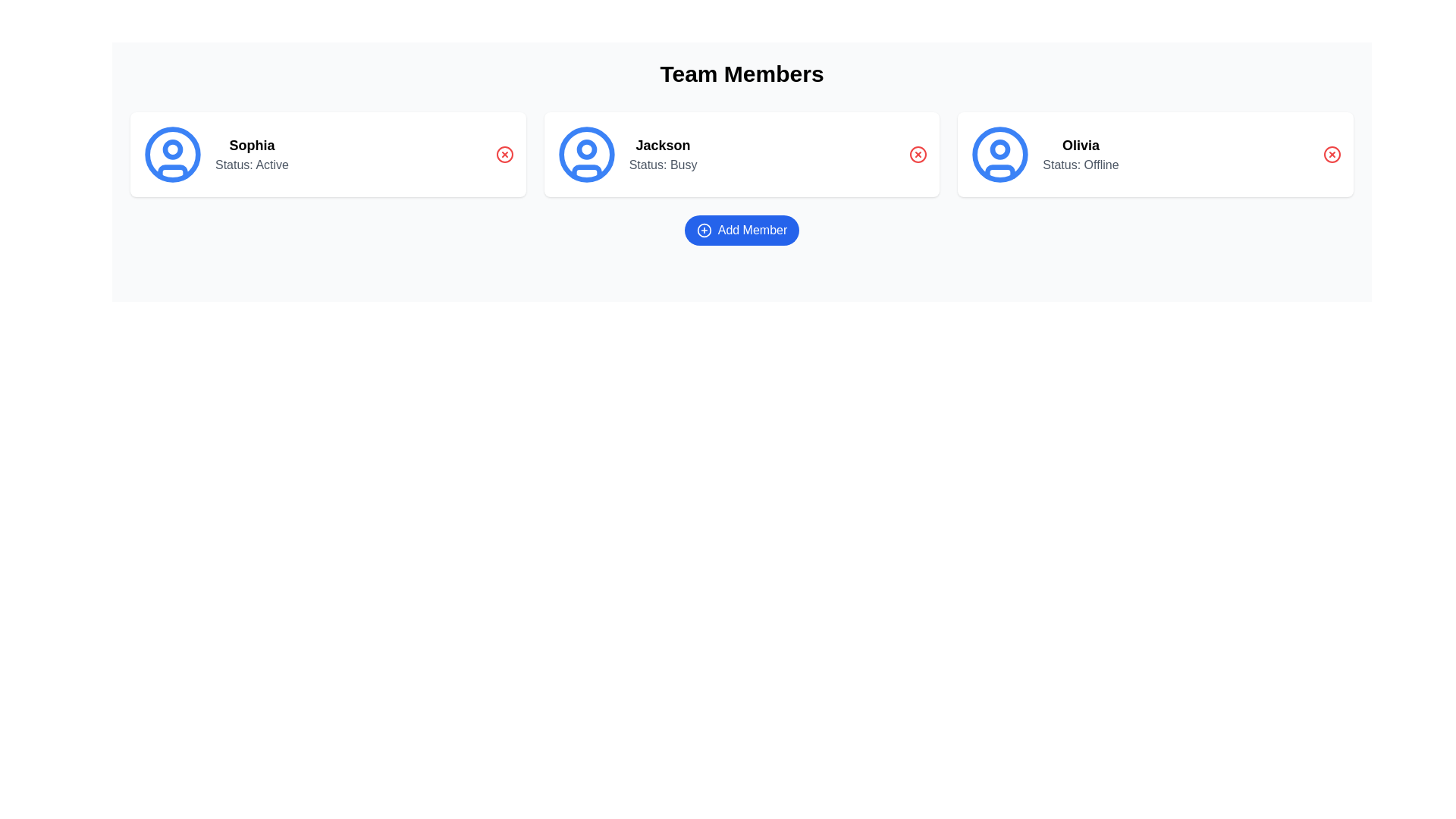 The height and width of the screenshot is (819, 1456). Describe the element at coordinates (1000, 155) in the screenshot. I see `the circular user profile picture icon with a blue stroke, located in the third user card labeled 'Olivia' and 'Status: Offline'` at that location.